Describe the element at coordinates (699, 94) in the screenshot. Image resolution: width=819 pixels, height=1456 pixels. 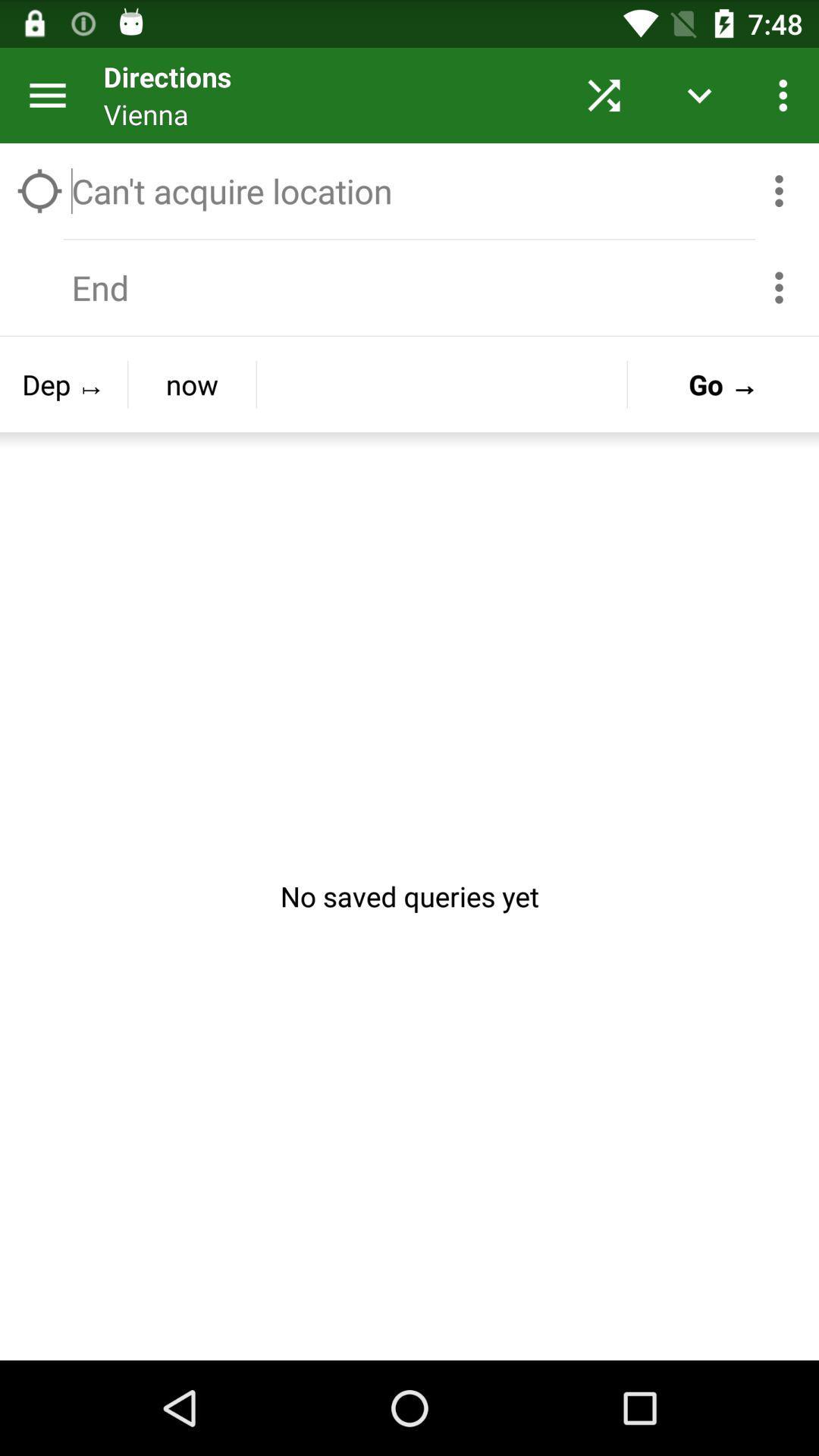
I see `the button on left to the three dots button on the web page` at that location.